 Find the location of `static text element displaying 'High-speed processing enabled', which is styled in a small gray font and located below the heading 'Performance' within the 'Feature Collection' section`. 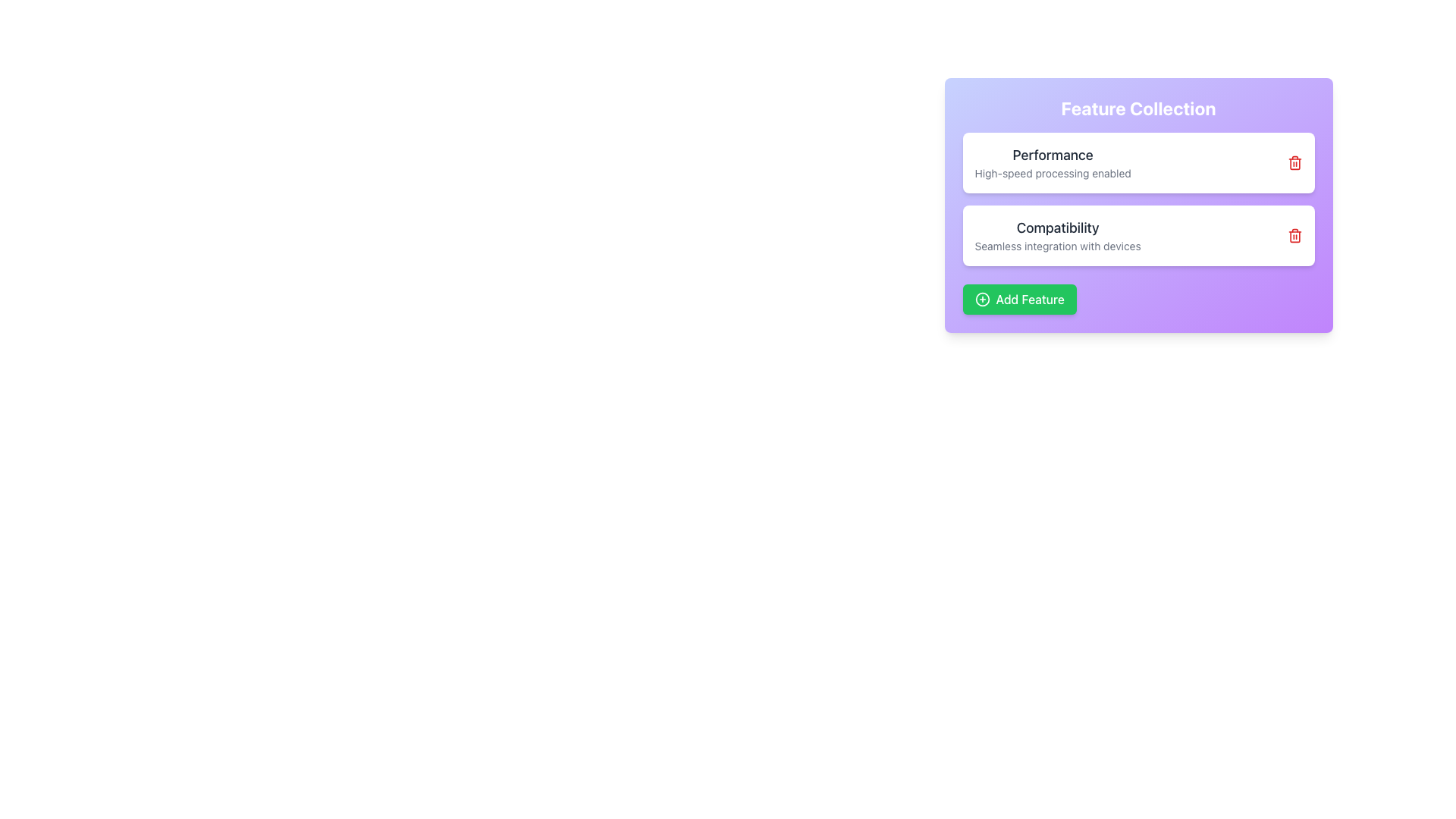

static text element displaying 'High-speed processing enabled', which is styled in a small gray font and located below the heading 'Performance' within the 'Feature Collection' section is located at coordinates (1052, 172).